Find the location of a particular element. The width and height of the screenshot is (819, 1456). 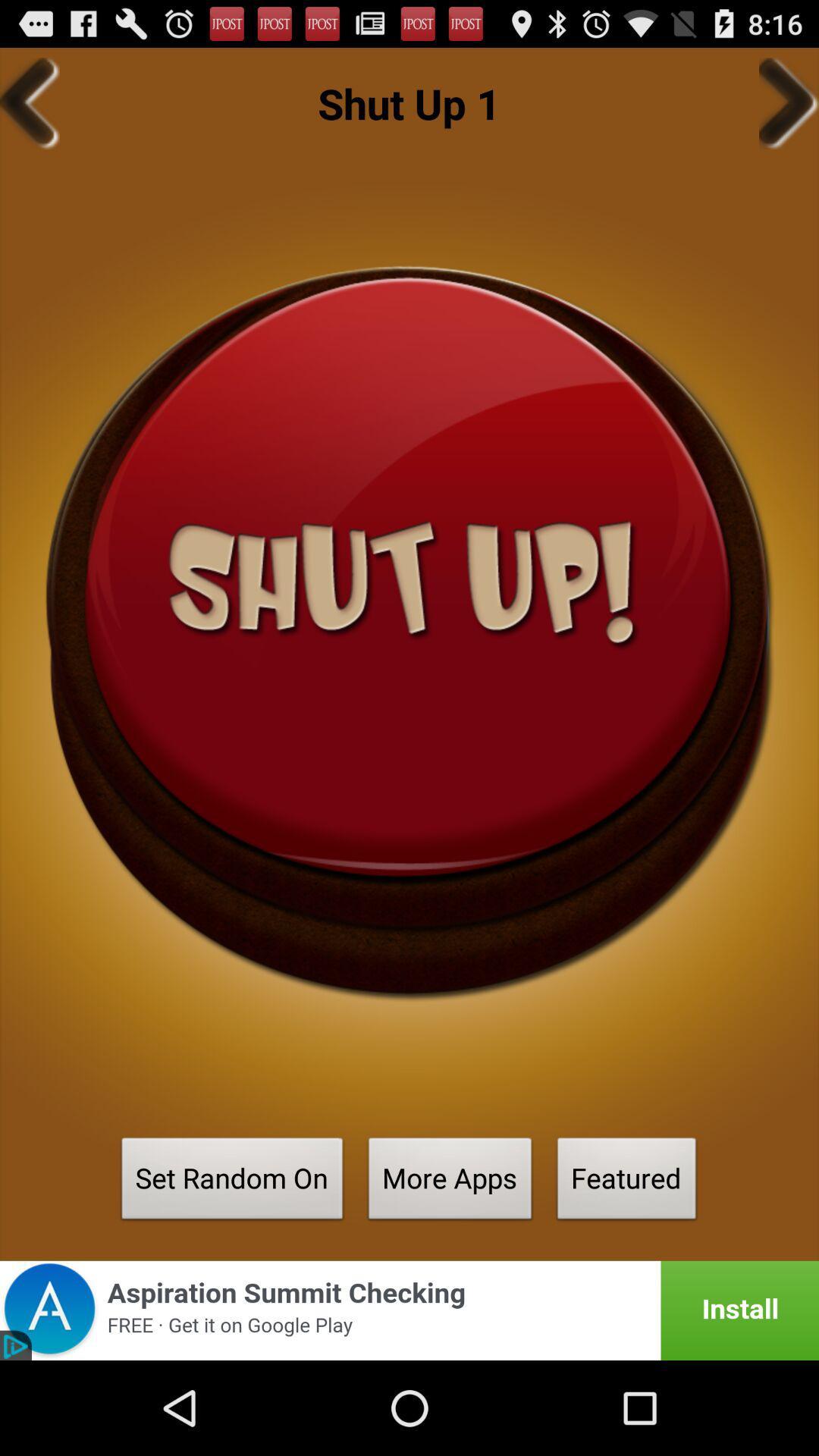

item at the top right corner is located at coordinates (788, 102).